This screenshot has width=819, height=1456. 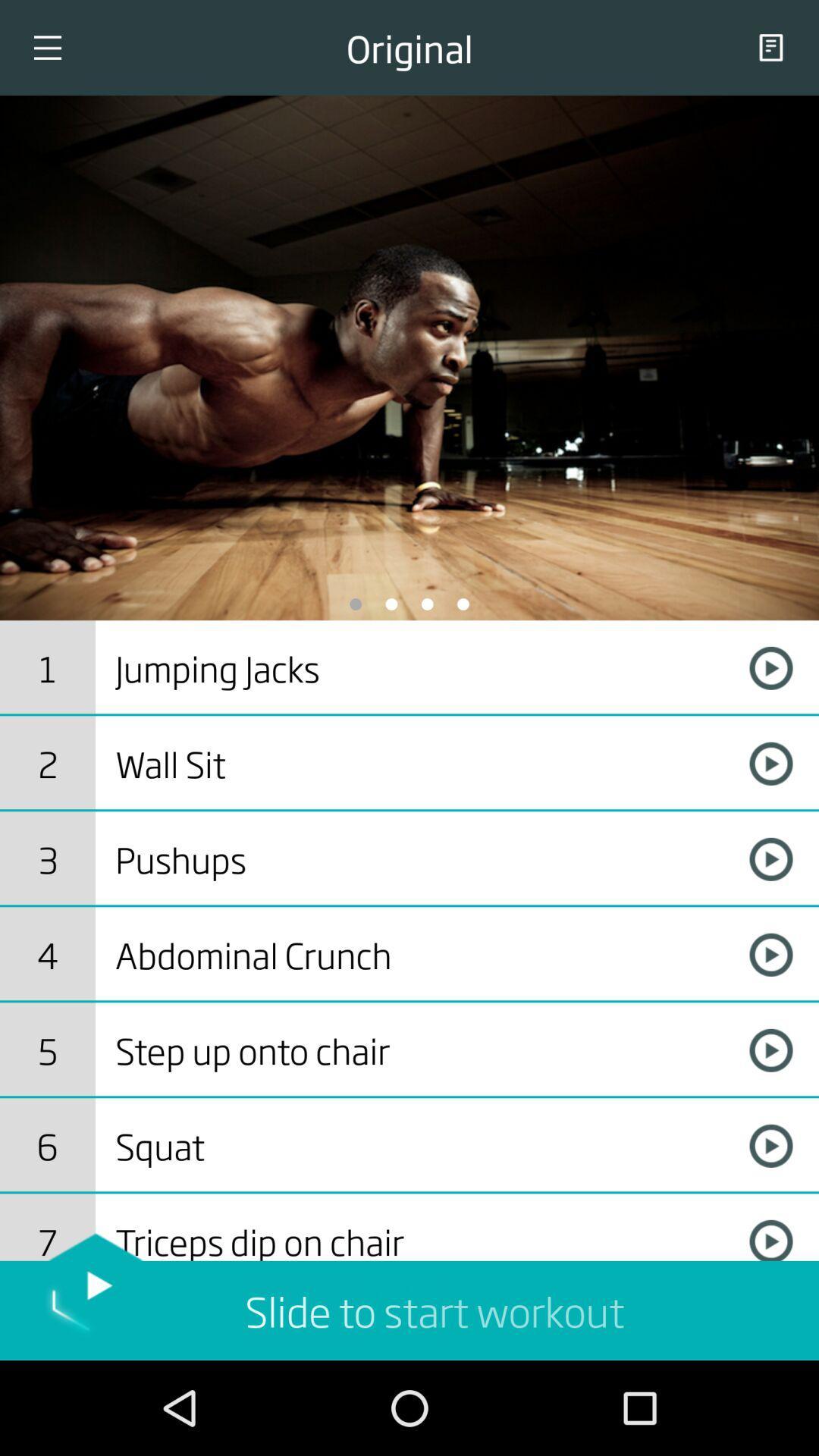 What do you see at coordinates (419, 953) in the screenshot?
I see `incorrect bounding box` at bounding box center [419, 953].